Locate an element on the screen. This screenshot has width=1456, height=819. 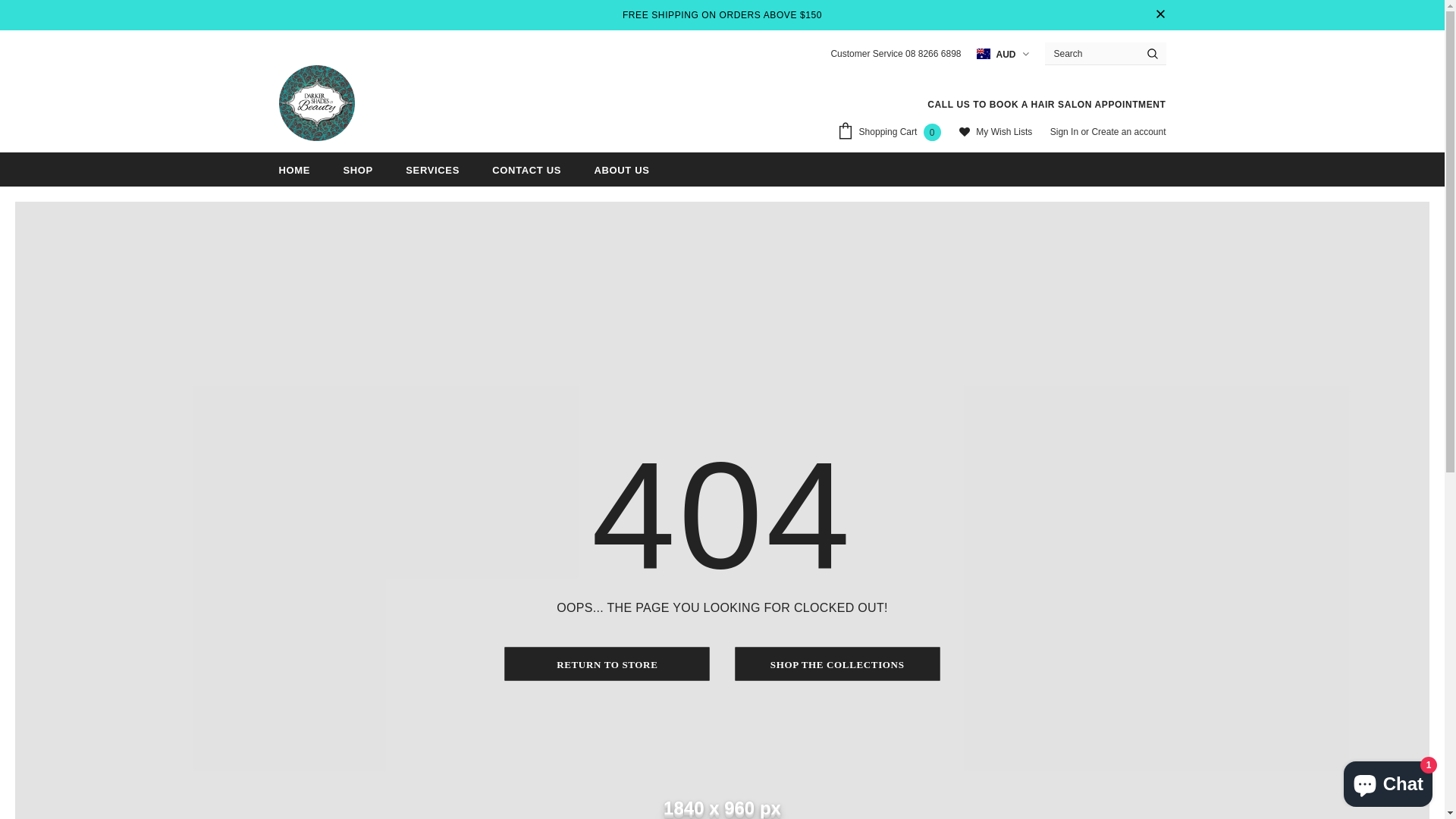
'Logo' is located at coordinates (315, 102).